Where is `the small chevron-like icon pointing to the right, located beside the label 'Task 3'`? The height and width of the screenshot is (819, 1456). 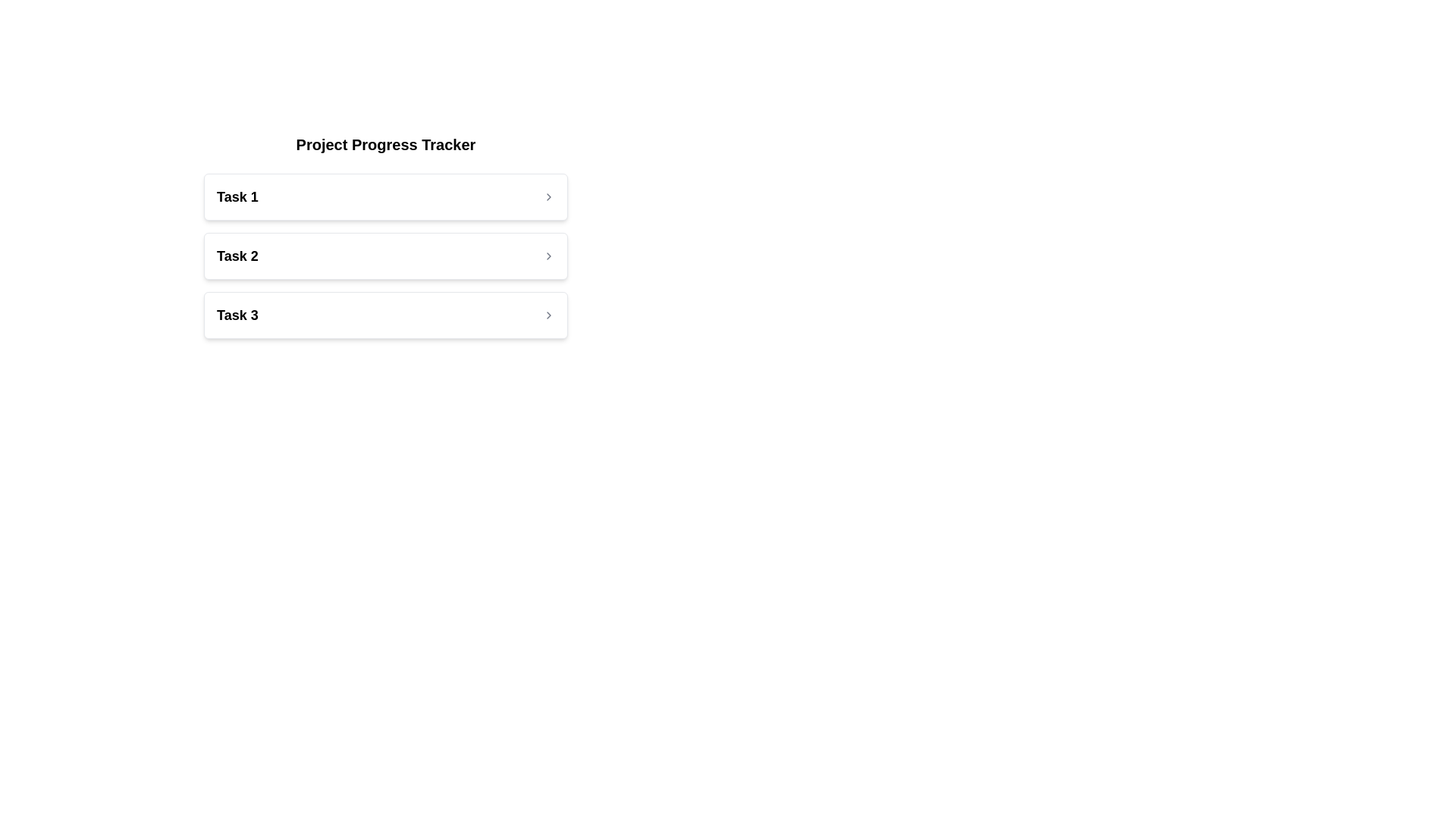 the small chevron-like icon pointing to the right, located beside the label 'Task 3' is located at coordinates (548, 315).